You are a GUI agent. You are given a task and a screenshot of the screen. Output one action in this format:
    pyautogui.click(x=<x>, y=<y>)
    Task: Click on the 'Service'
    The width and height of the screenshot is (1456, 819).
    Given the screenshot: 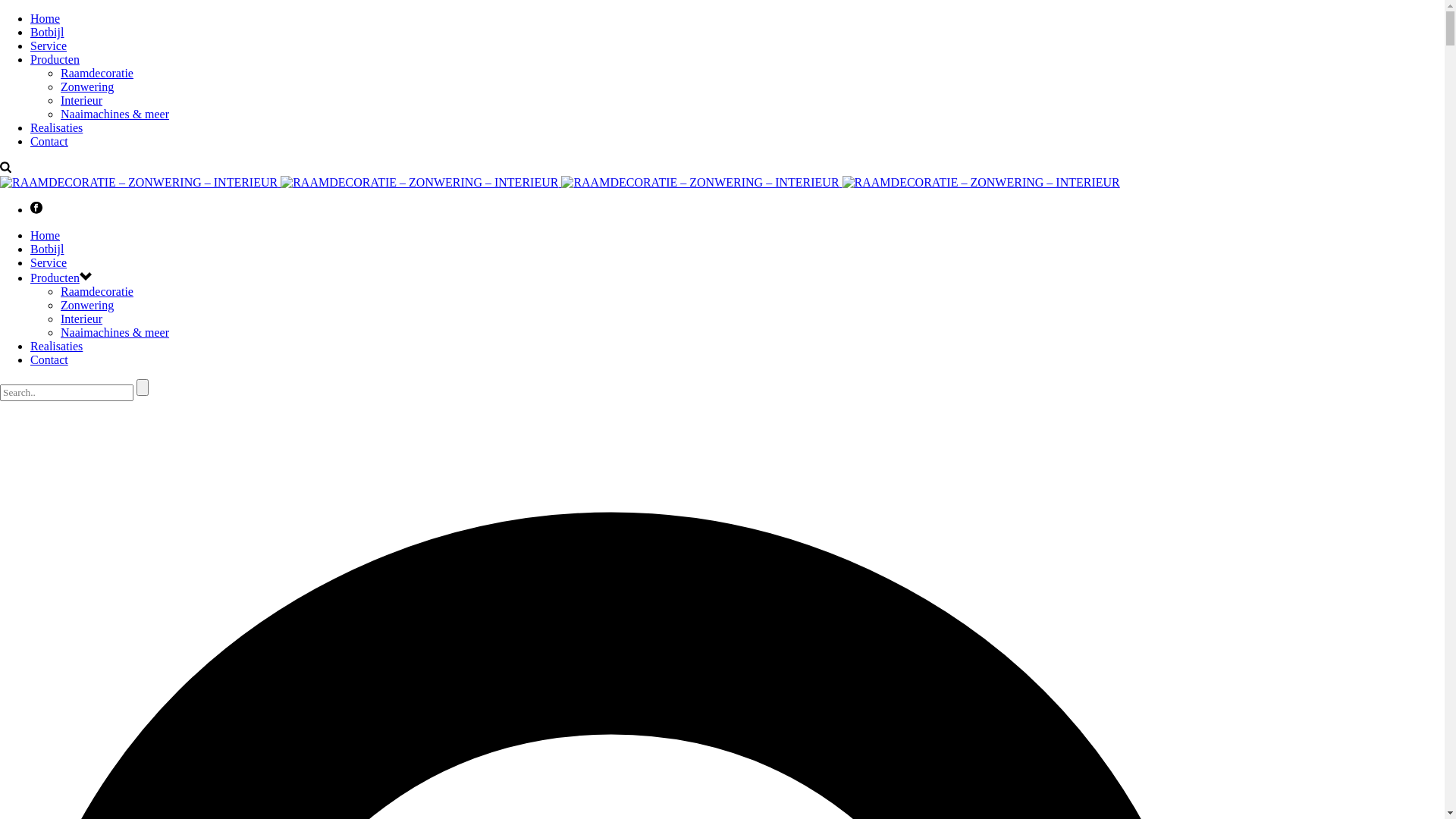 What is the action you would take?
    pyautogui.click(x=48, y=262)
    